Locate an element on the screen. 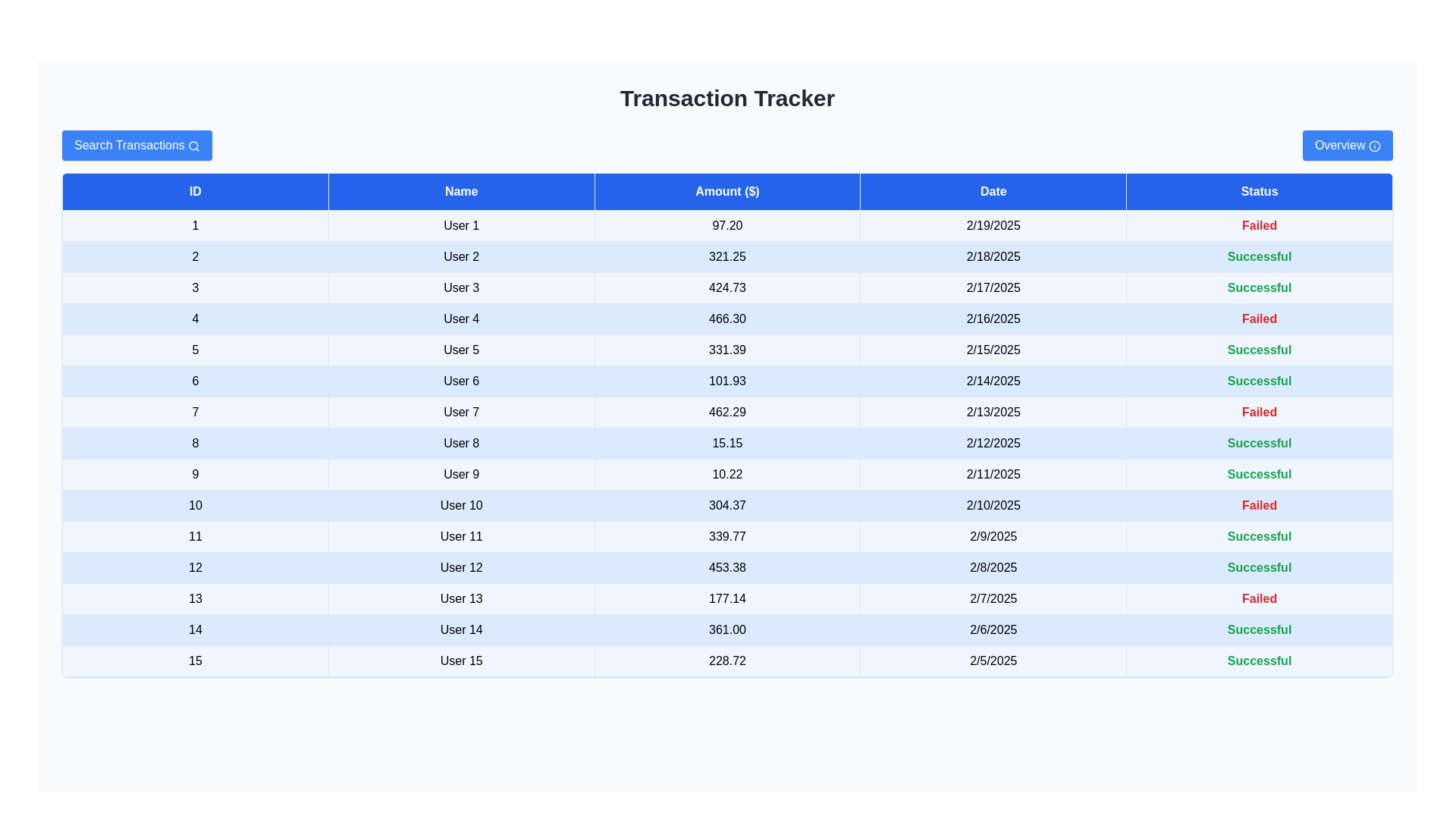  the 'Overview' button to view general information is located at coordinates (1347, 146).